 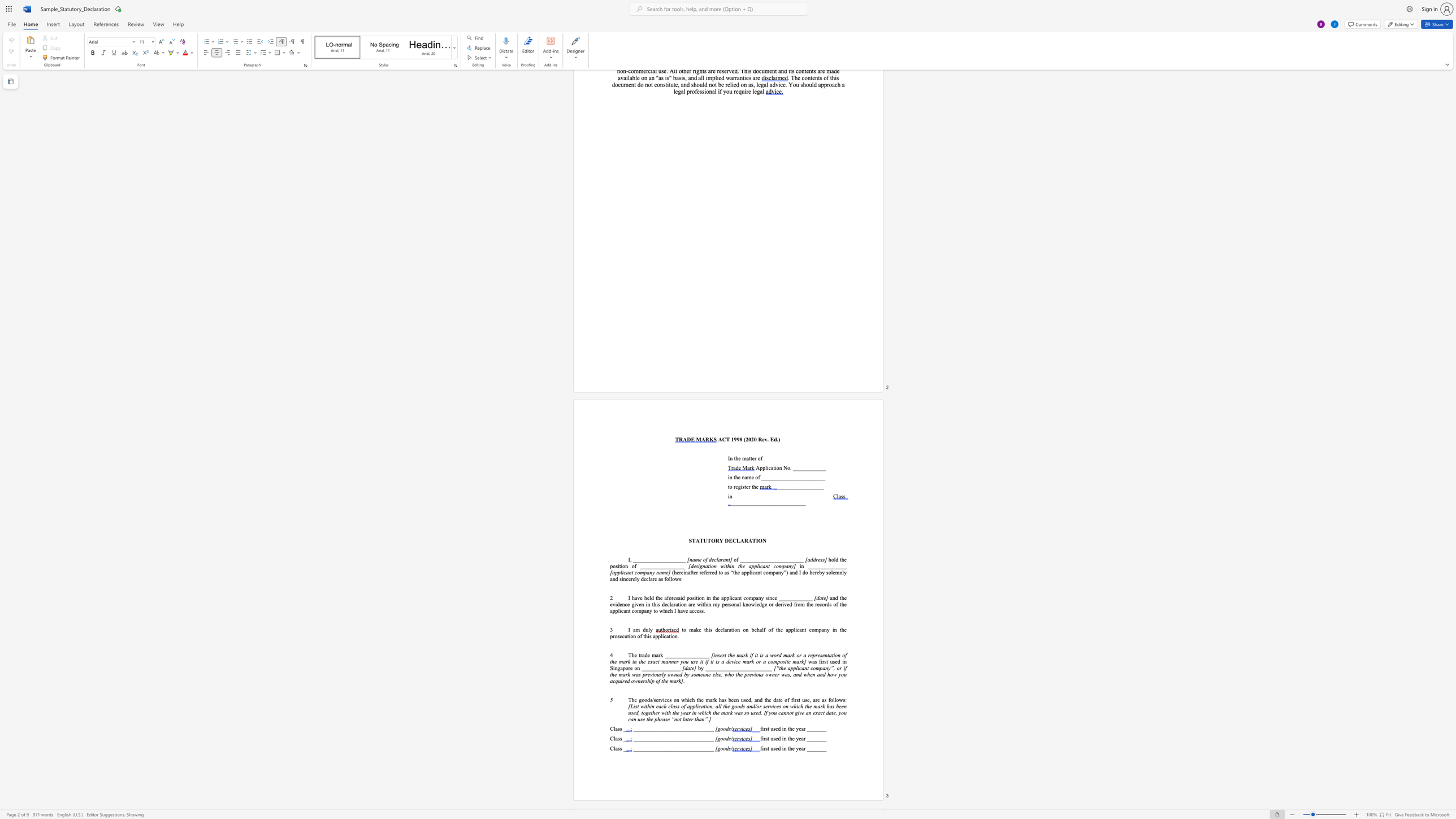 I want to click on the subset text "old th" within the text "hold the position of ________________", so click(x=830, y=559).